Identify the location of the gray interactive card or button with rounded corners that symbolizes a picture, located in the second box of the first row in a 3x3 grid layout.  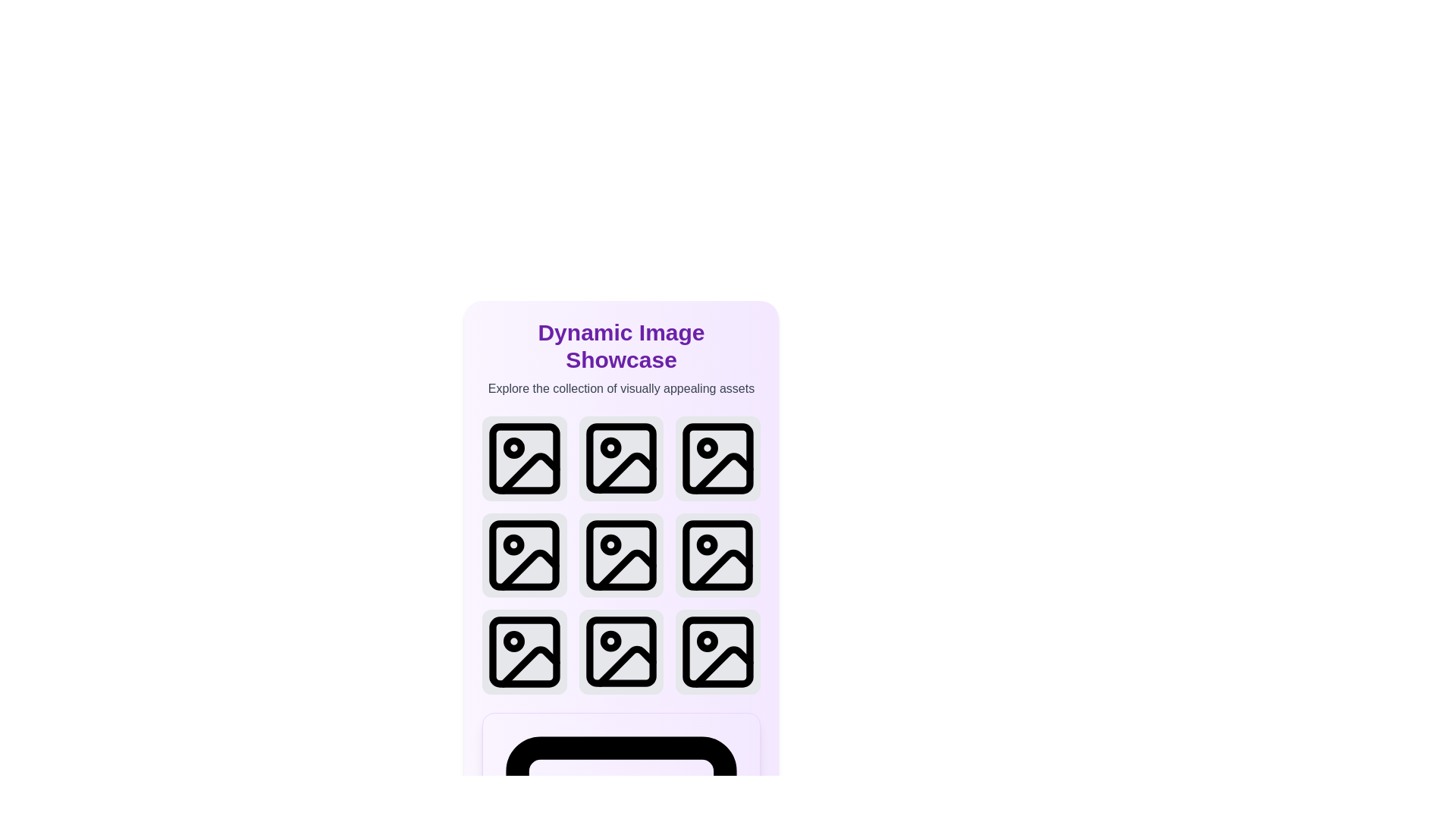
(621, 457).